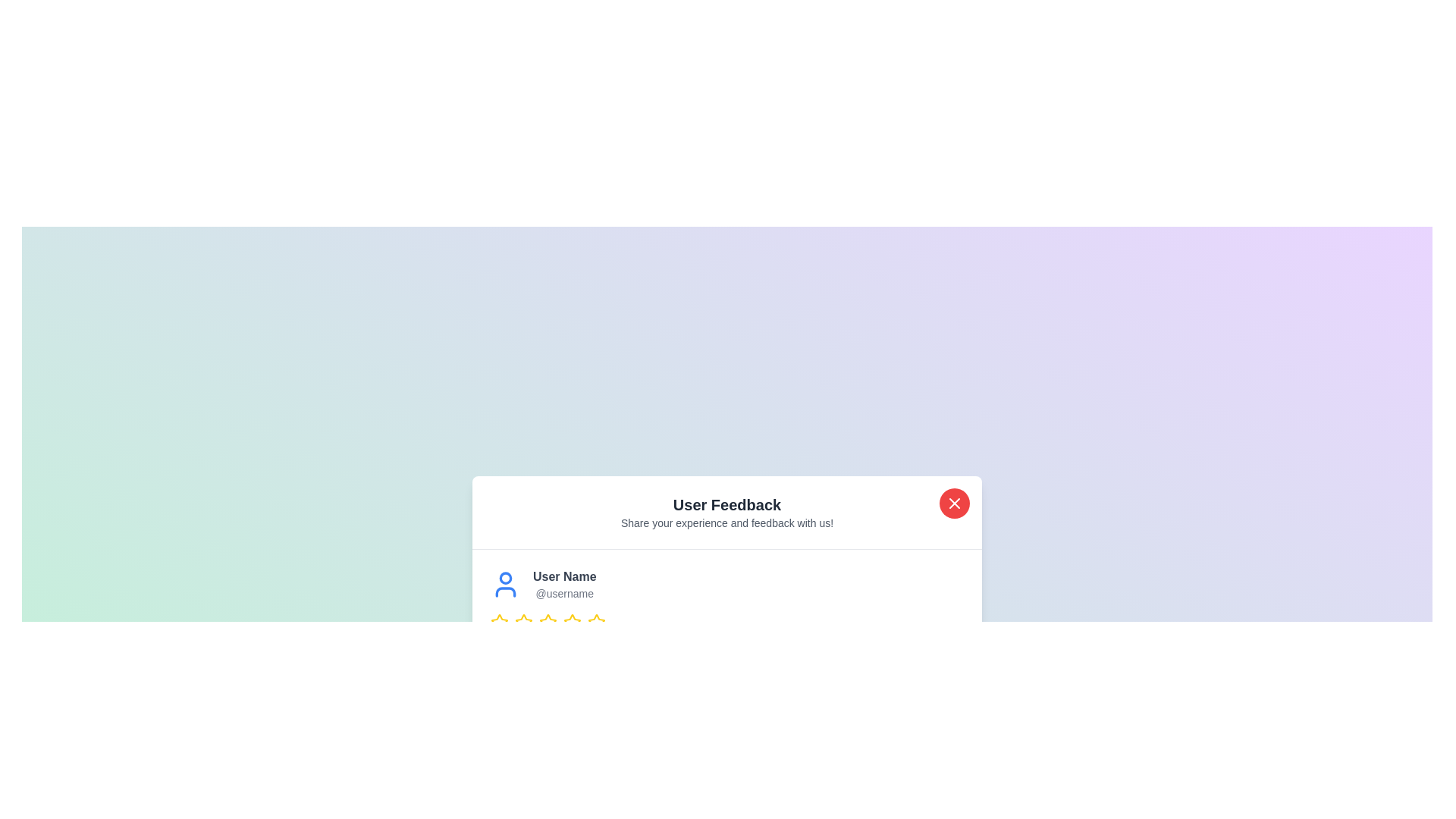 Image resolution: width=1456 pixels, height=819 pixels. Describe the element at coordinates (596, 622) in the screenshot. I see `the fifth star icon, which is a vibrant yellow star with a hollow center, located at the last position in a row of similar stars` at that location.